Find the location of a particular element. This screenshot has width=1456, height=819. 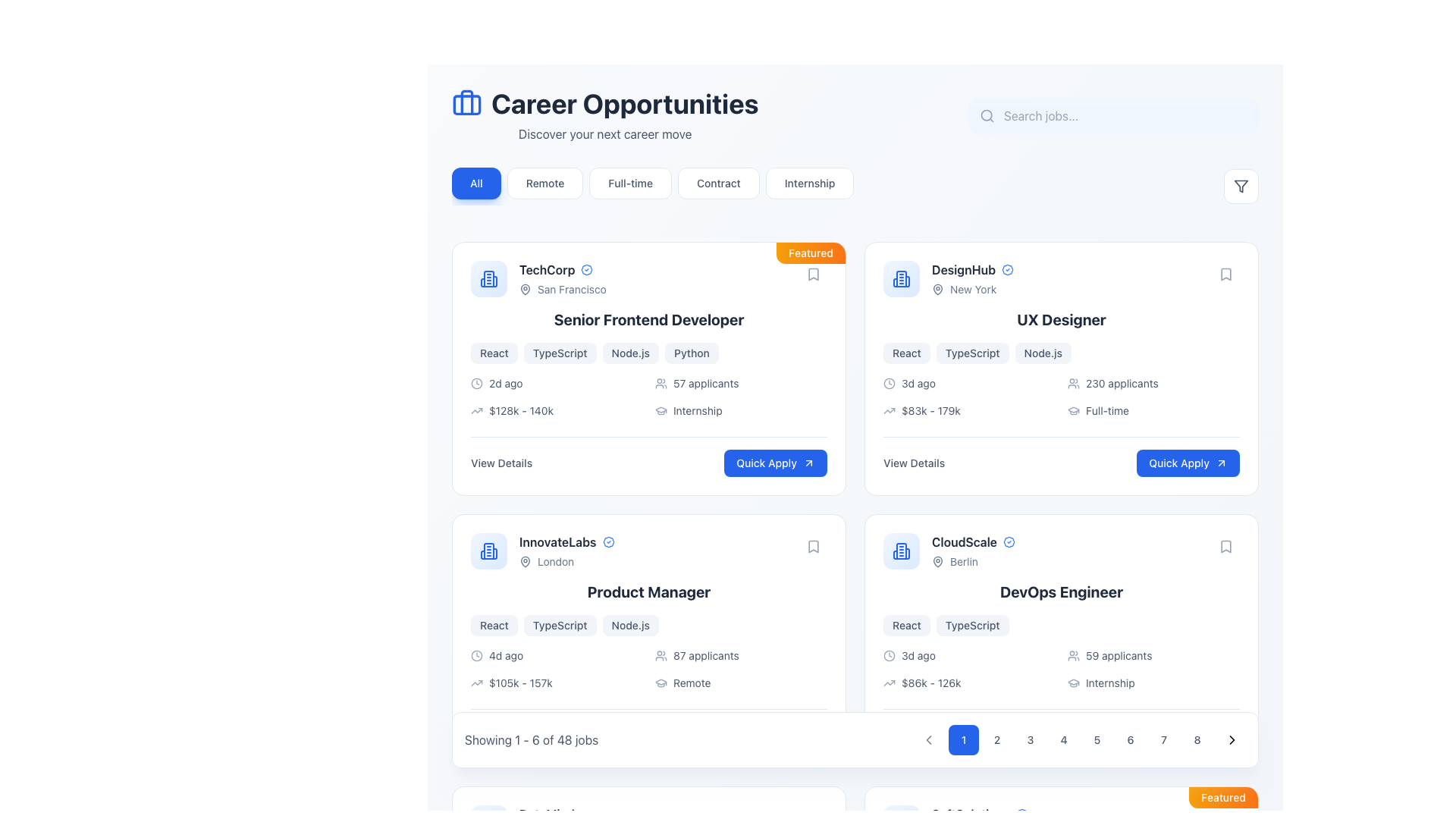

the numbered button in the pagination component to switch to that page is located at coordinates (1080, 739).